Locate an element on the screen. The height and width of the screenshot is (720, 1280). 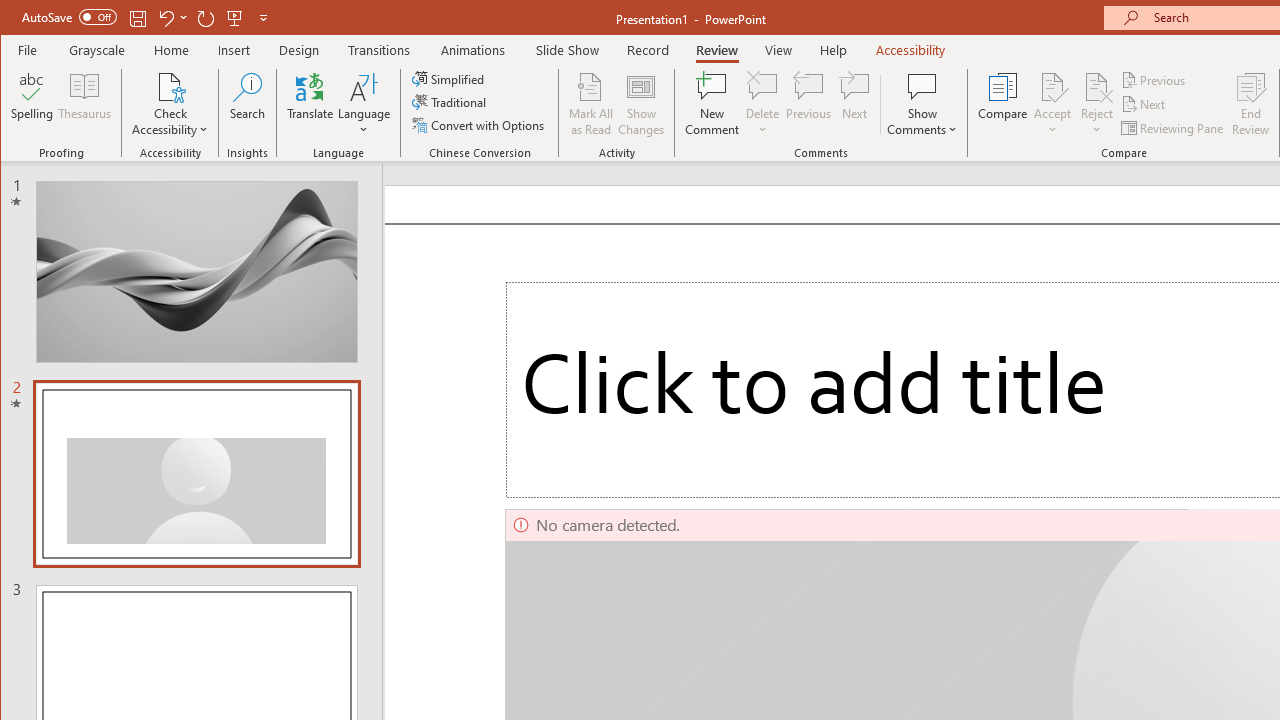
'Language' is located at coordinates (364, 104).